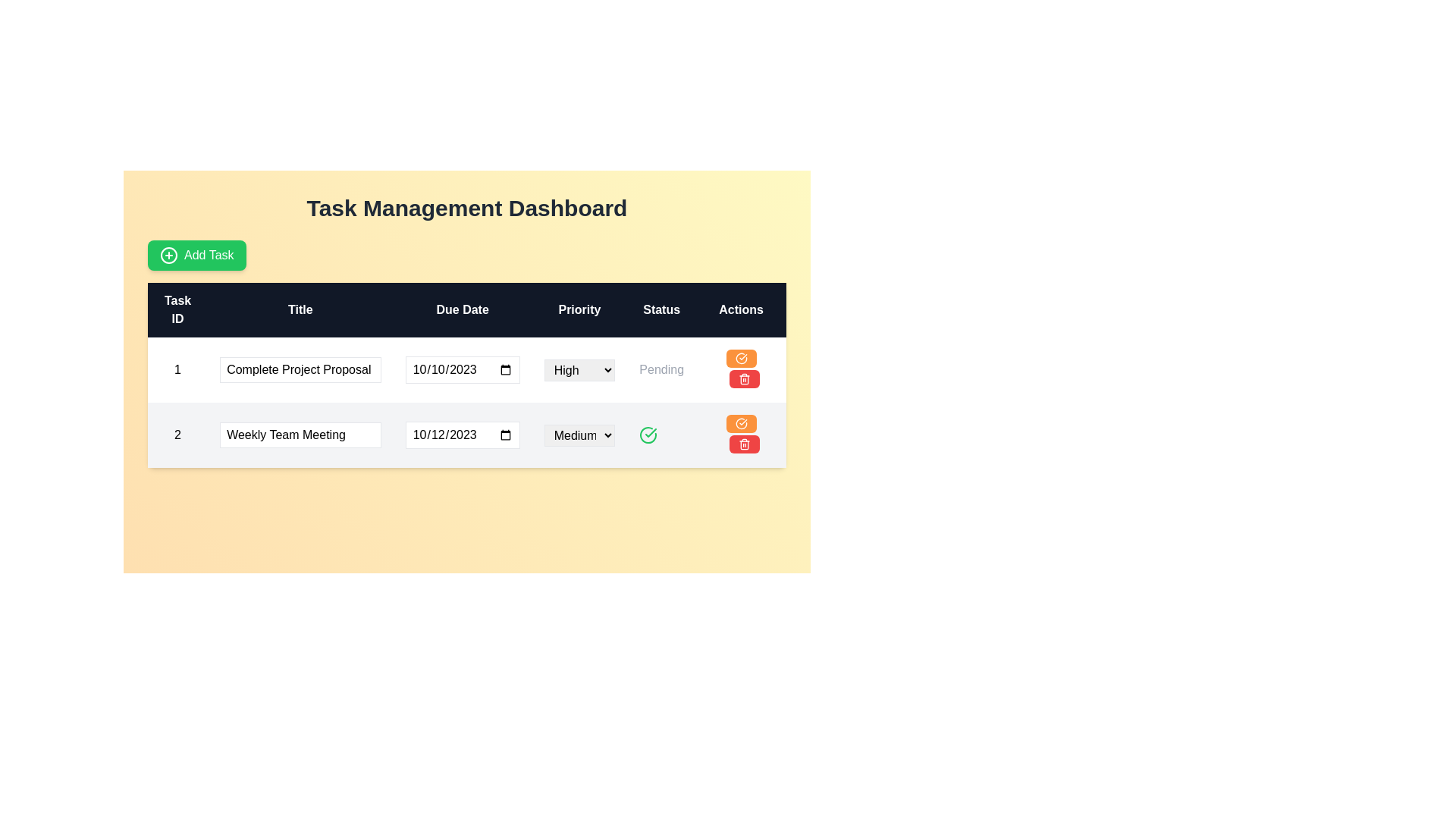 The width and height of the screenshot is (1456, 819). Describe the element at coordinates (744, 378) in the screenshot. I see `the red rectangular button with a white trash icon located in the 'Actions' column of the table, adjacent to the orange edit button` at that location.